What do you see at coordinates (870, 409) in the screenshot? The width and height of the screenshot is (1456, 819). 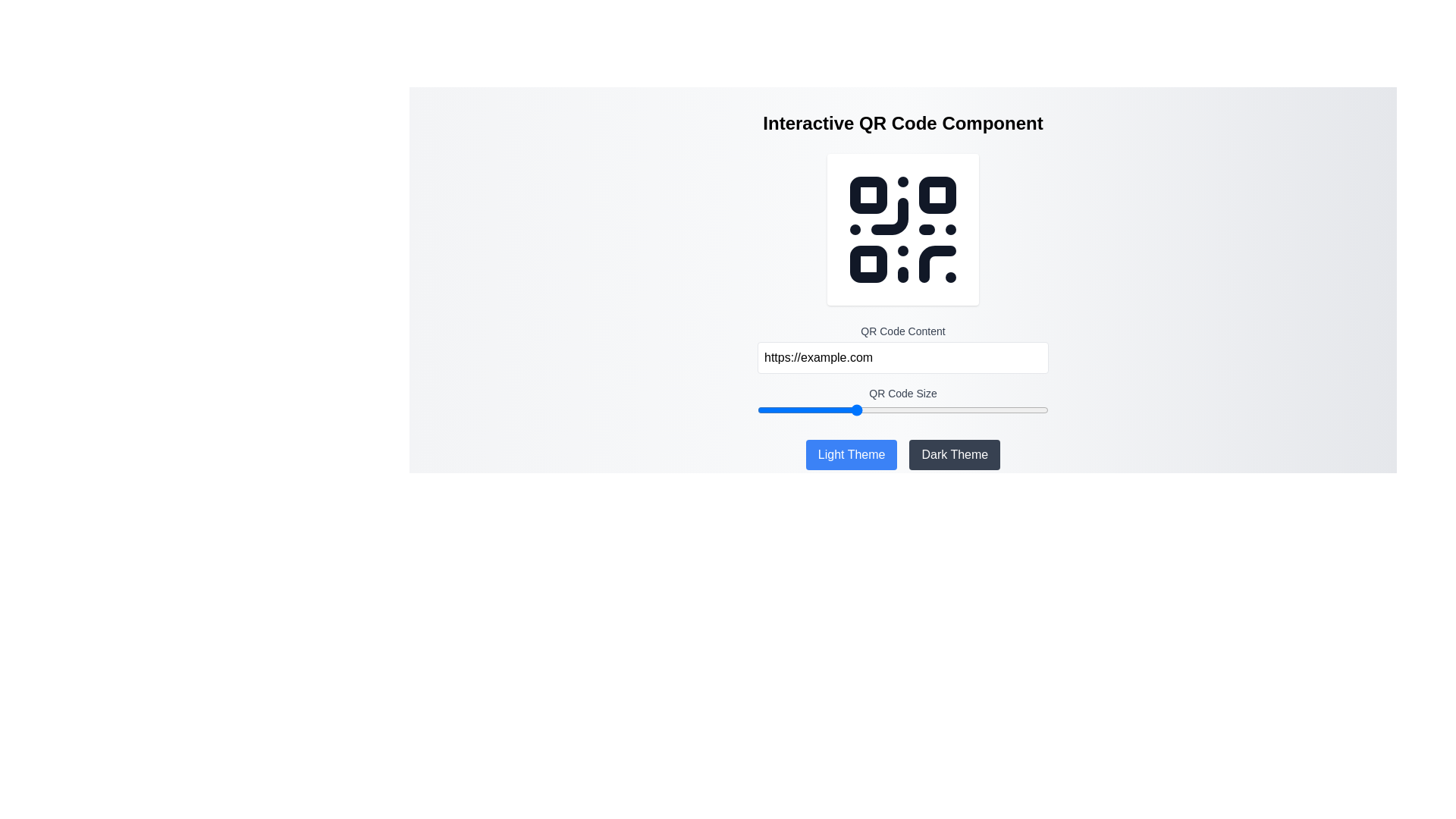 I see `the QR Code size` at bounding box center [870, 409].